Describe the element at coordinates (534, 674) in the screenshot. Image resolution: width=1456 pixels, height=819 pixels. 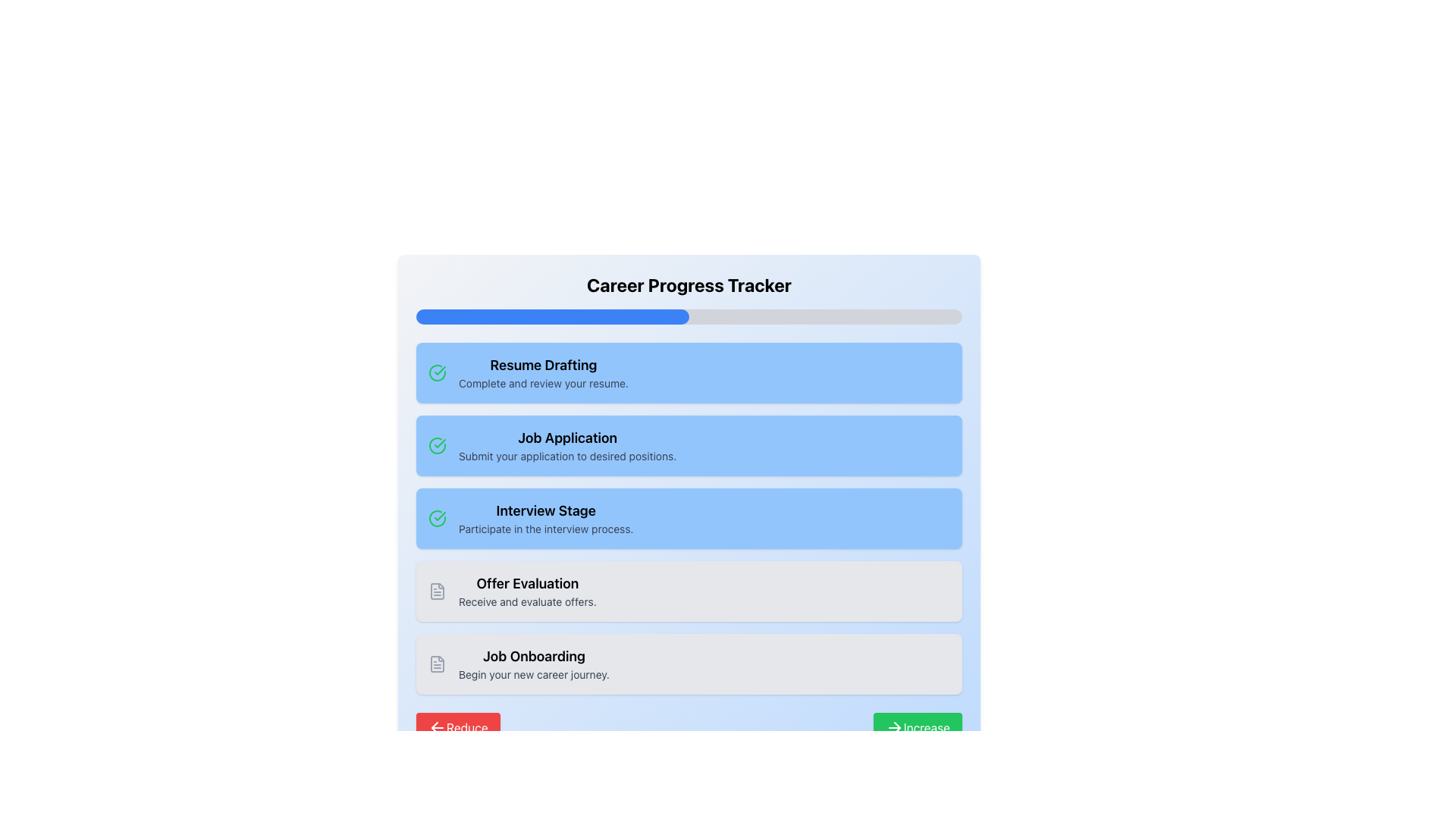
I see `descriptive text content located below the 'Job Onboarding' title in the progress tracker interface` at that location.